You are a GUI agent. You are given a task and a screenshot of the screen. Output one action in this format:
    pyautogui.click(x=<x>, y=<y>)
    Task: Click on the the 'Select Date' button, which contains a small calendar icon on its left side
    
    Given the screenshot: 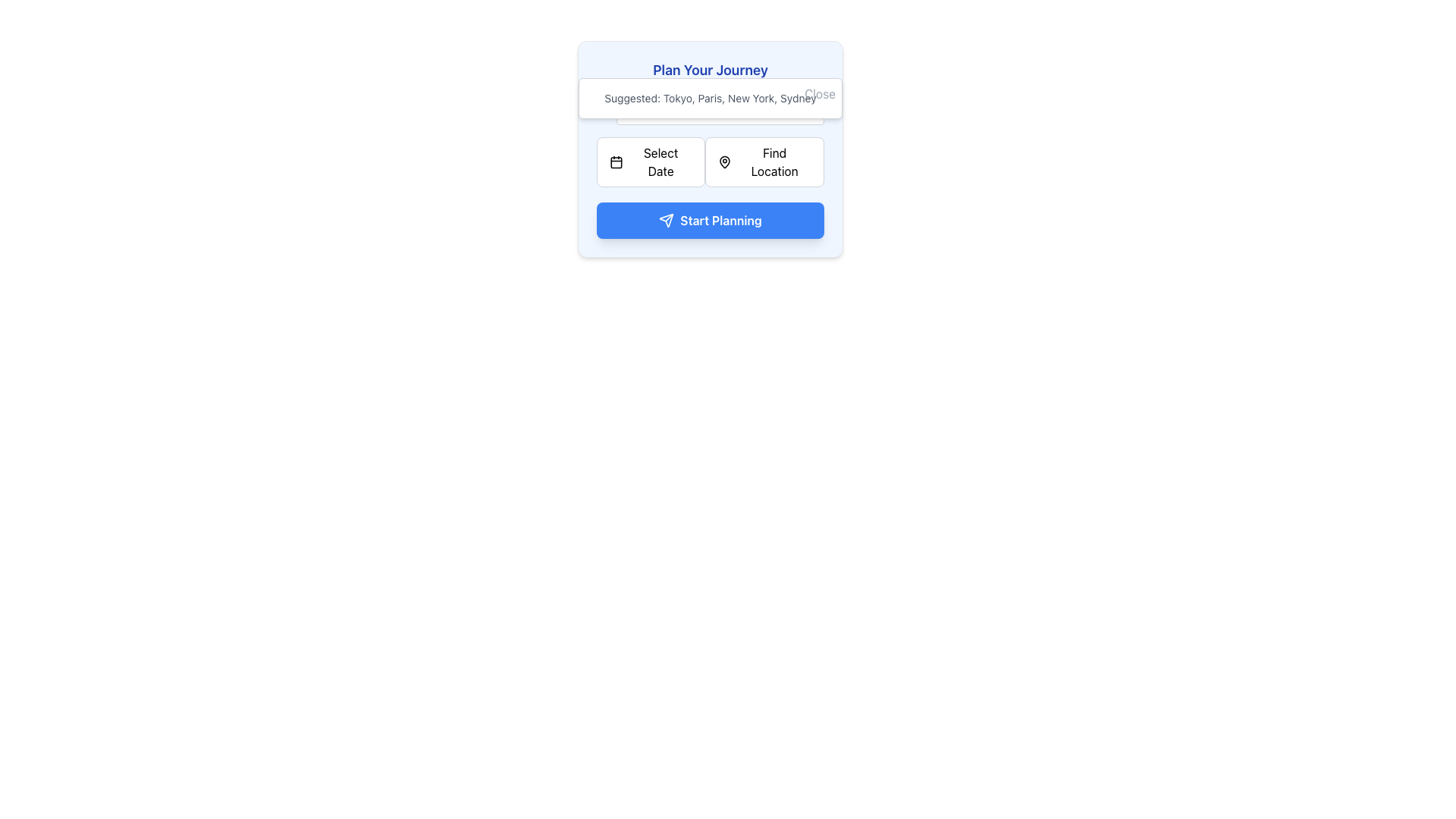 What is the action you would take?
    pyautogui.click(x=616, y=162)
    